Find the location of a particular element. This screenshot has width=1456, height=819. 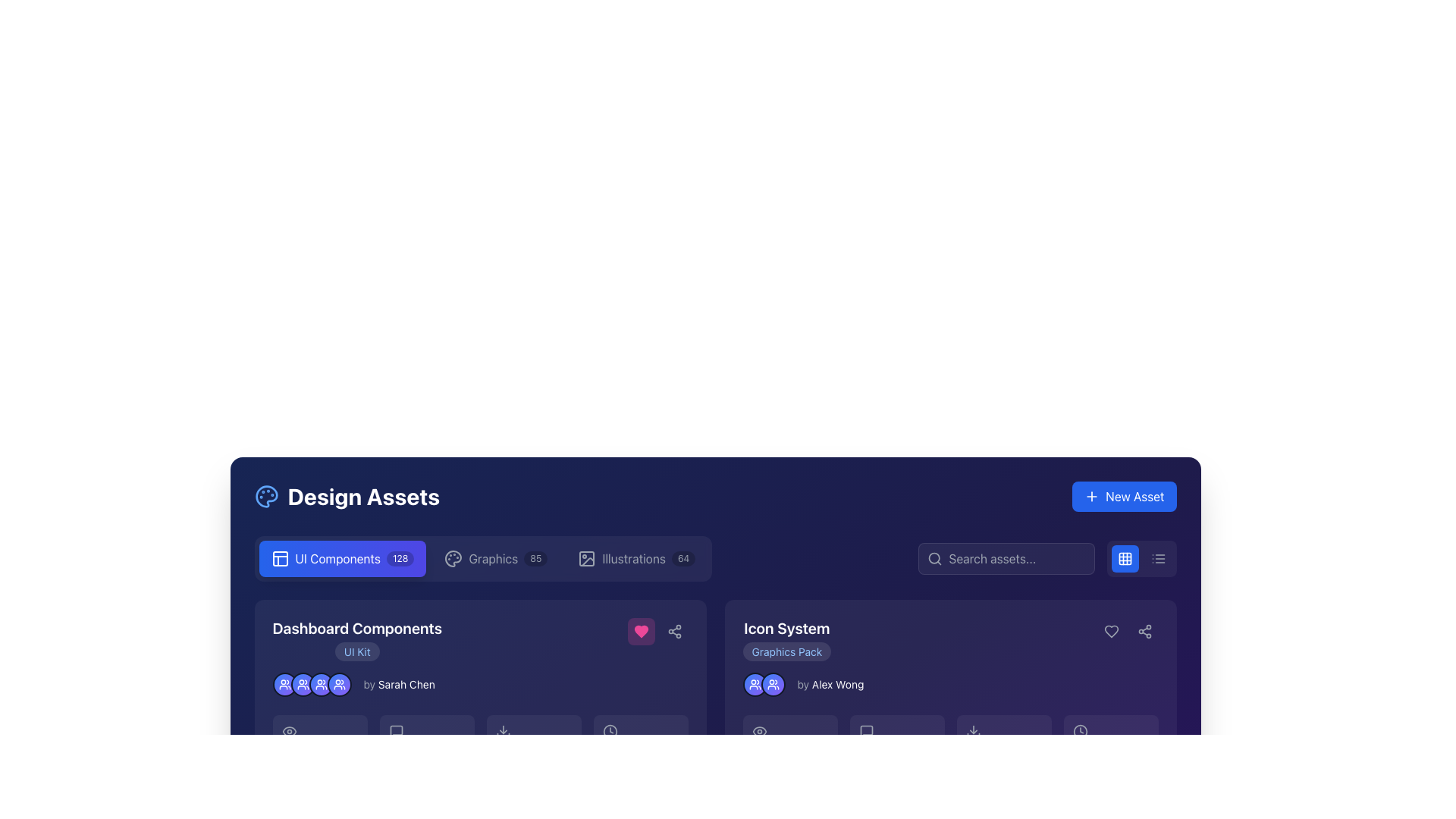

the heading component labeled 'UI Kit' located in the highlighted 'Dashboard Components' section is located at coordinates (356, 639).